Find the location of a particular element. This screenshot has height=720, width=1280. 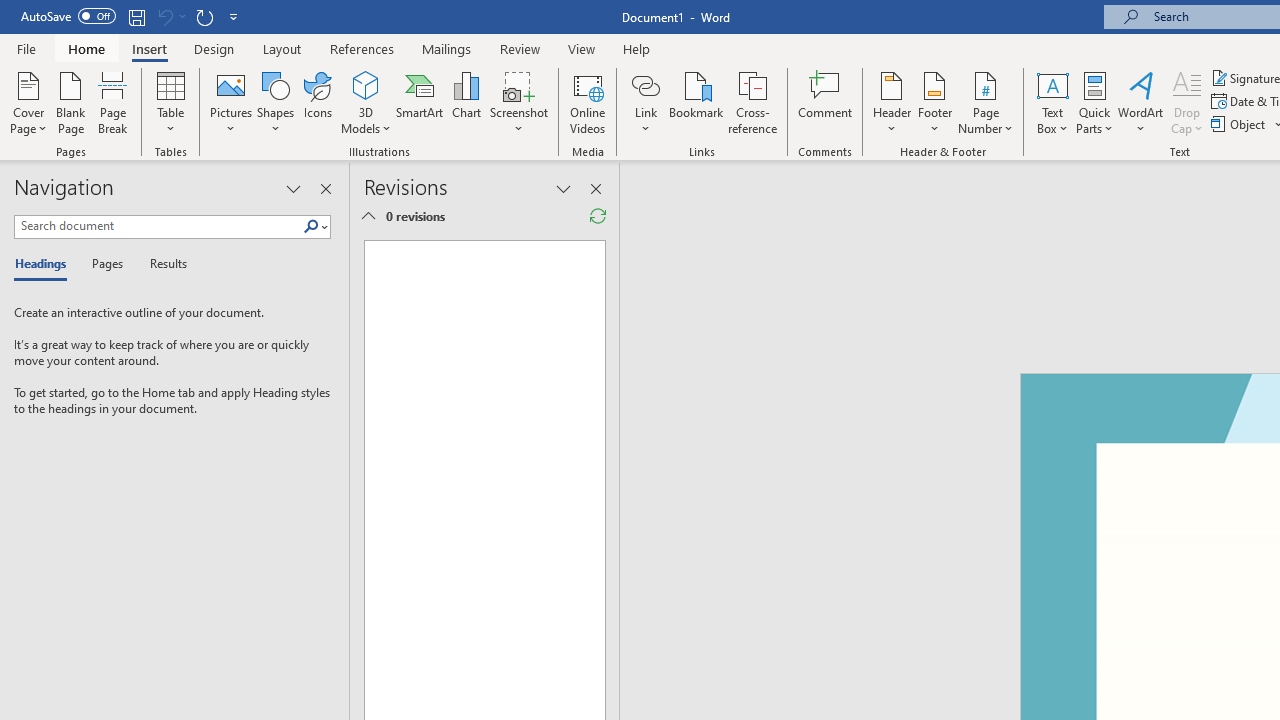

'Page Number' is located at coordinates (986, 103).